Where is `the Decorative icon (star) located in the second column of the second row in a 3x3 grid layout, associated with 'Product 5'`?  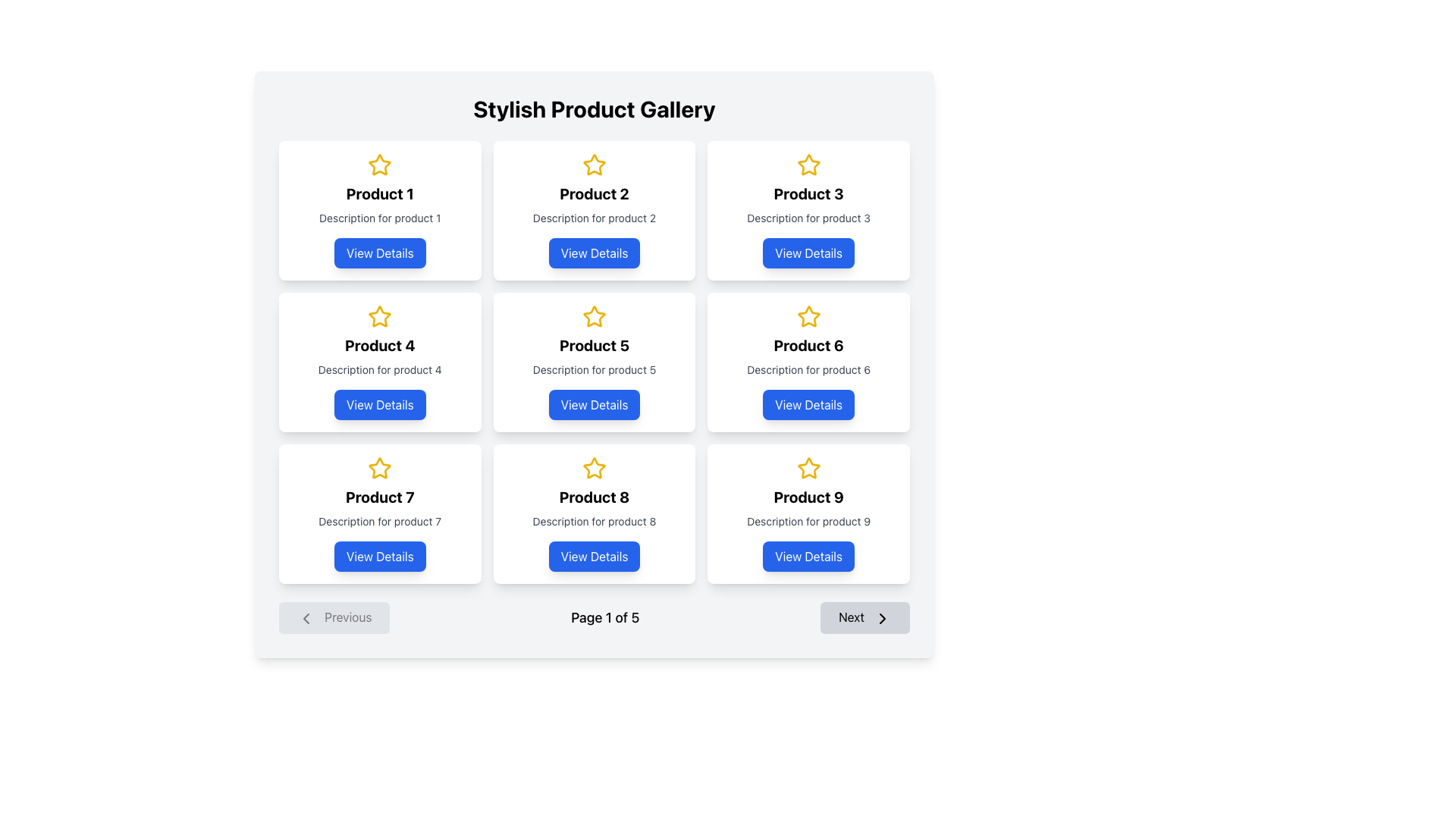 the Decorative icon (star) located in the second column of the second row in a 3x3 grid layout, associated with 'Product 5' is located at coordinates (593, 315).